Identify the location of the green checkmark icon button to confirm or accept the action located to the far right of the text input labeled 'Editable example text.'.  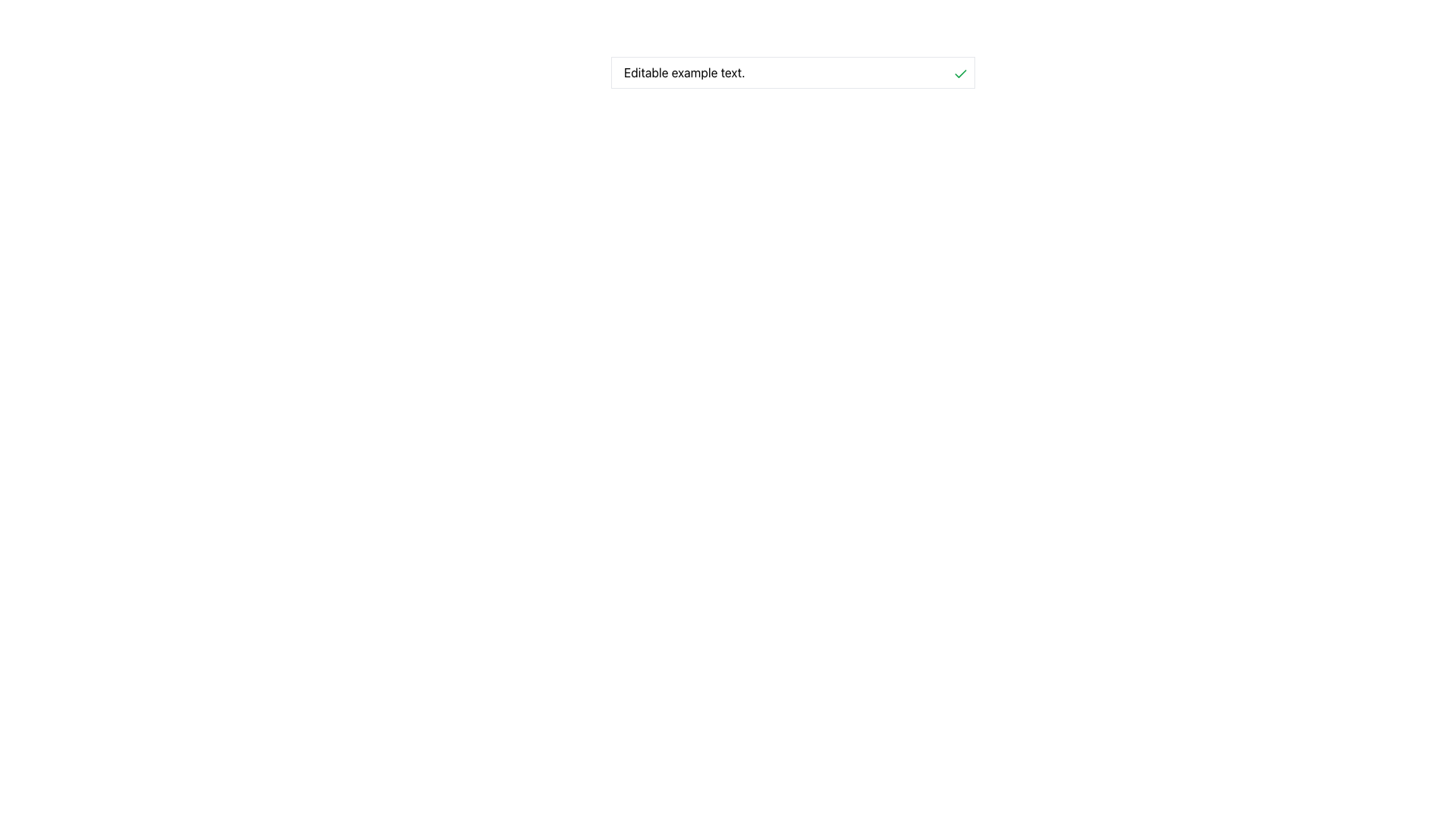
(960, 73).